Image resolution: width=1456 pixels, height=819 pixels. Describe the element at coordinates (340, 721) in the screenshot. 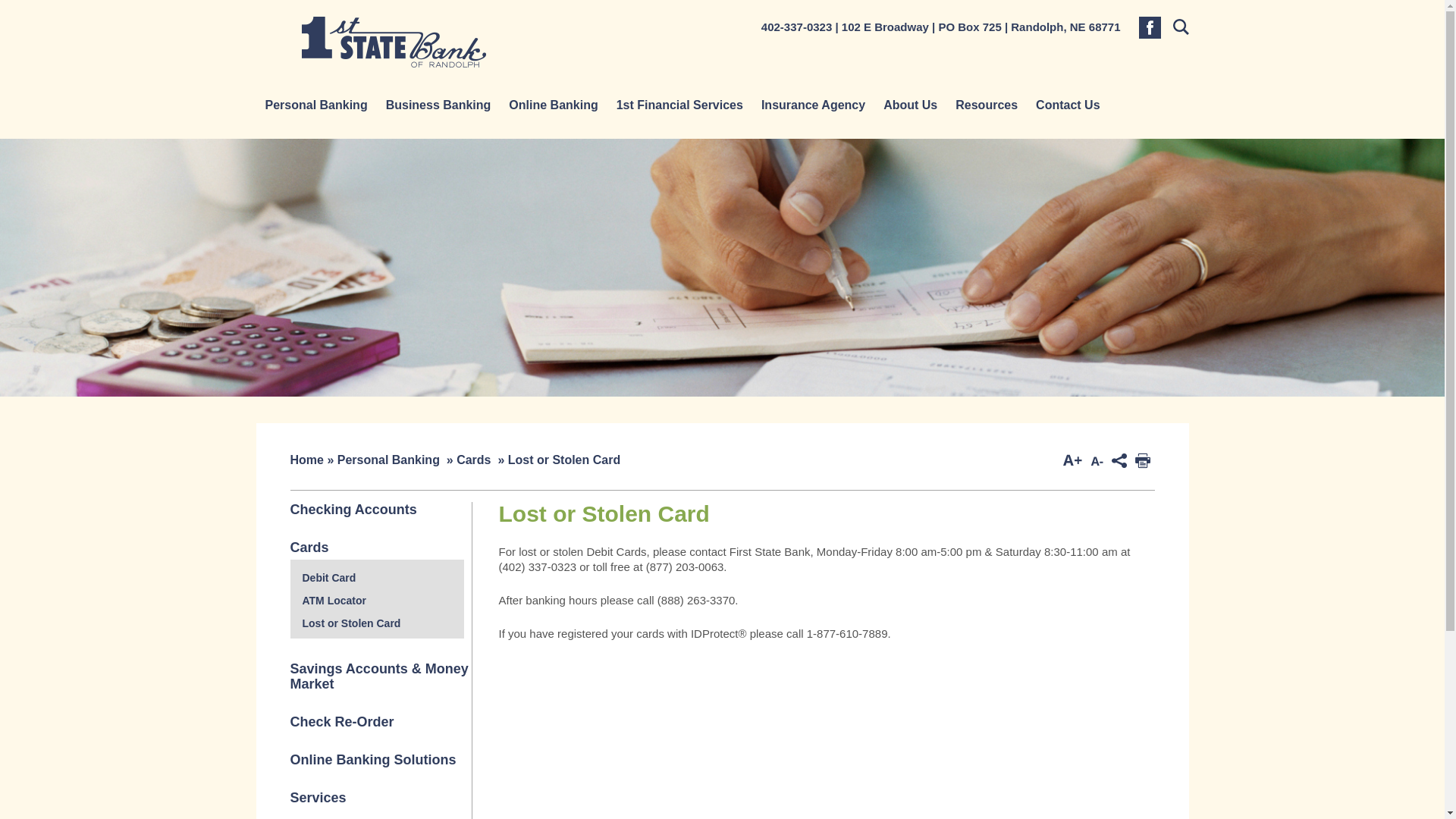

I see `'Check Re-Order'` at that location.